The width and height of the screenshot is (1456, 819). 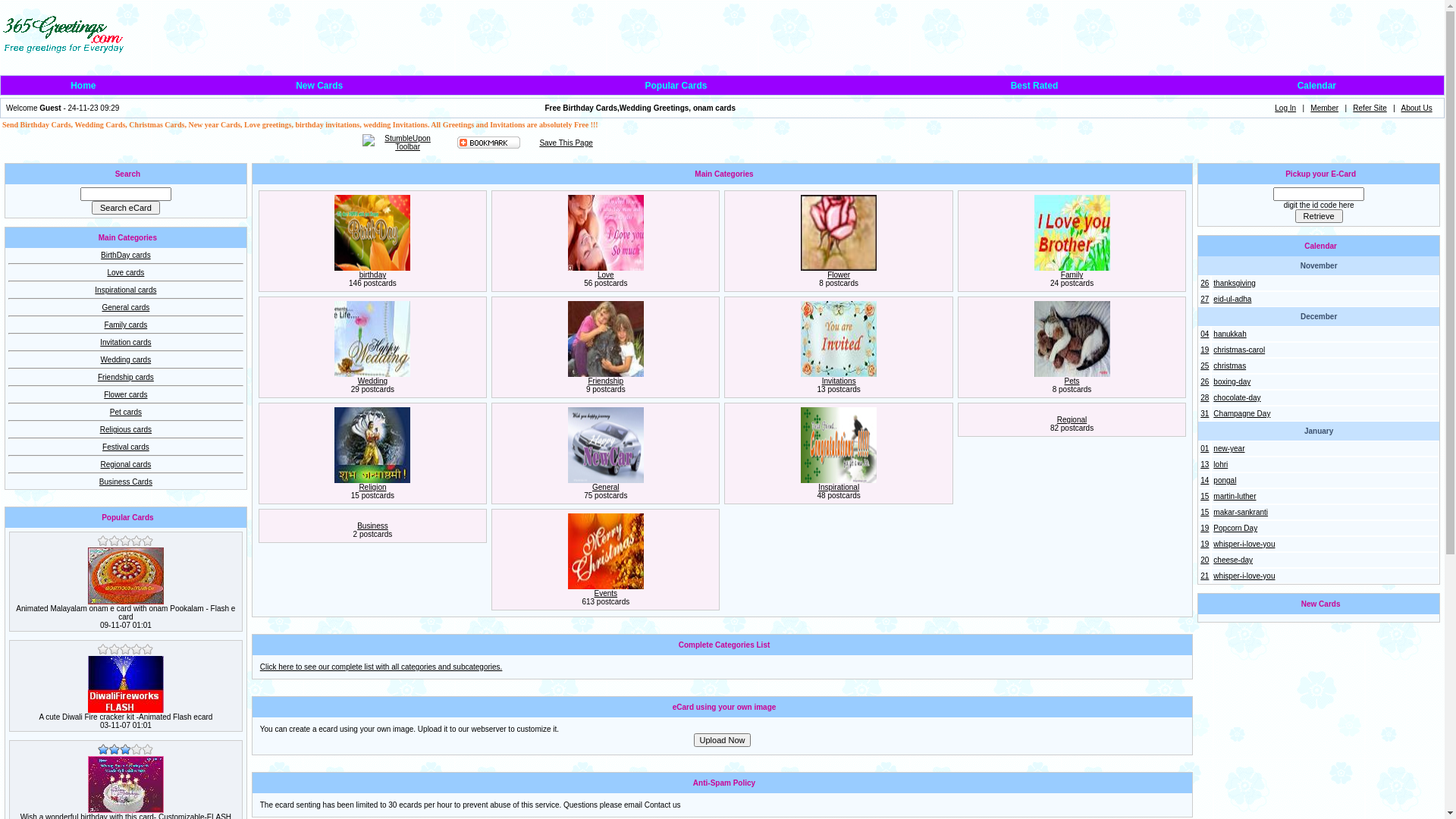 What do you see at coordinates (604, 380) in the screenshot?
I see `'Friendship'` at bounding box center [604, 380].